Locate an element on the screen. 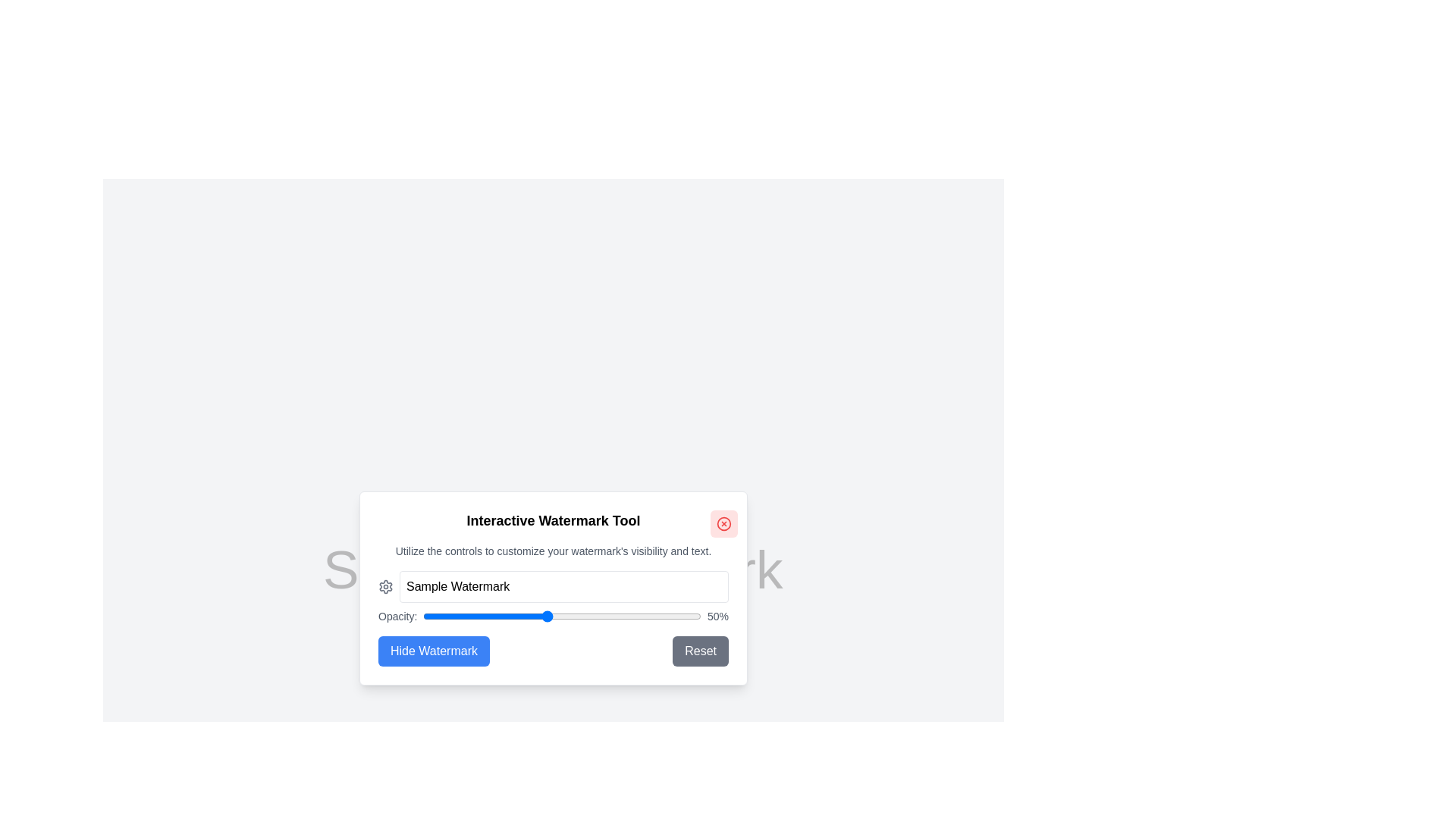 The image size is (1456, 819). the opacity is located at coordinates (513, 617).